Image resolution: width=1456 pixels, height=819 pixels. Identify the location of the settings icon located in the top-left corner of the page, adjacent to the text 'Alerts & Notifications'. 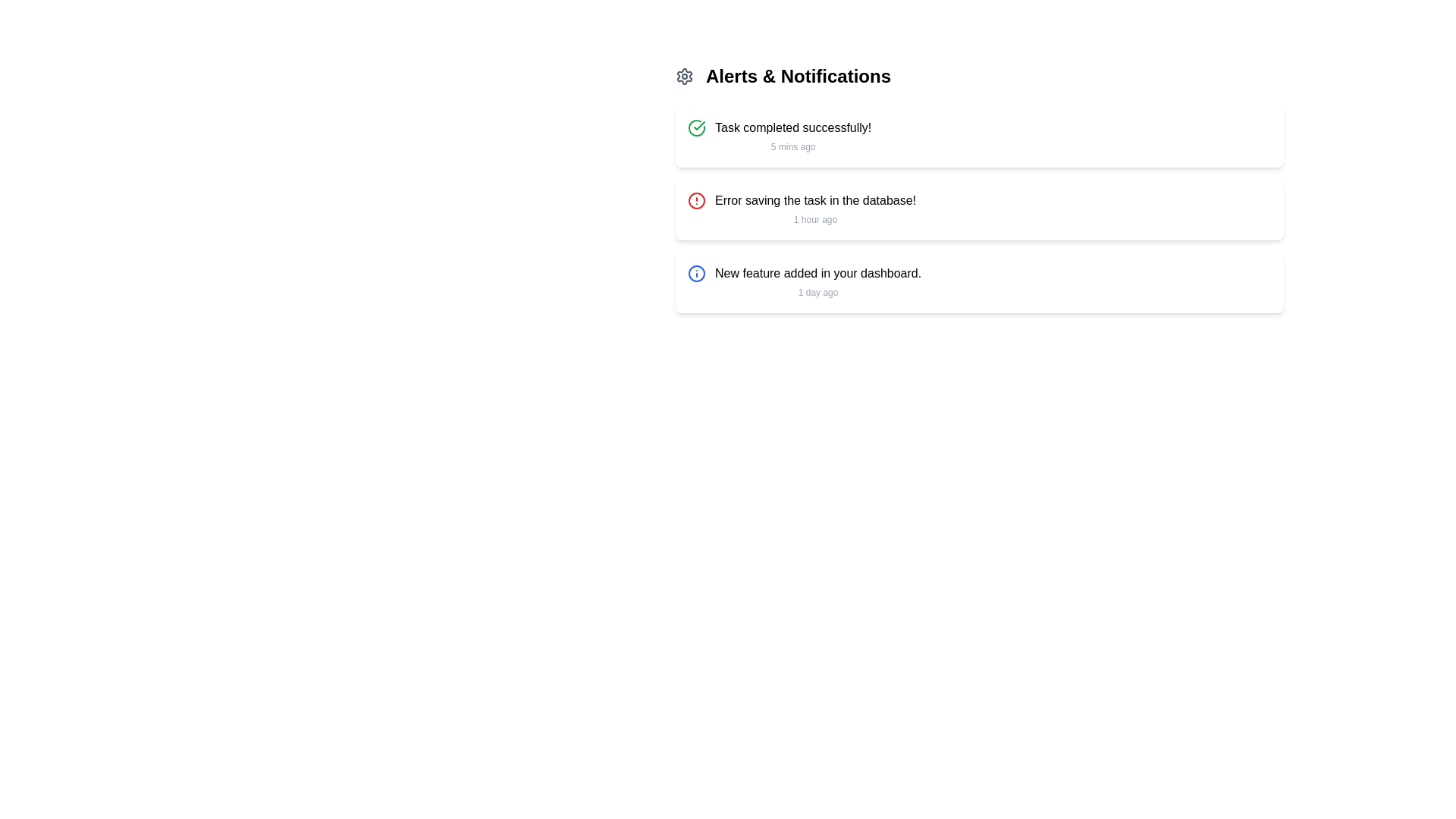
(683, 76).